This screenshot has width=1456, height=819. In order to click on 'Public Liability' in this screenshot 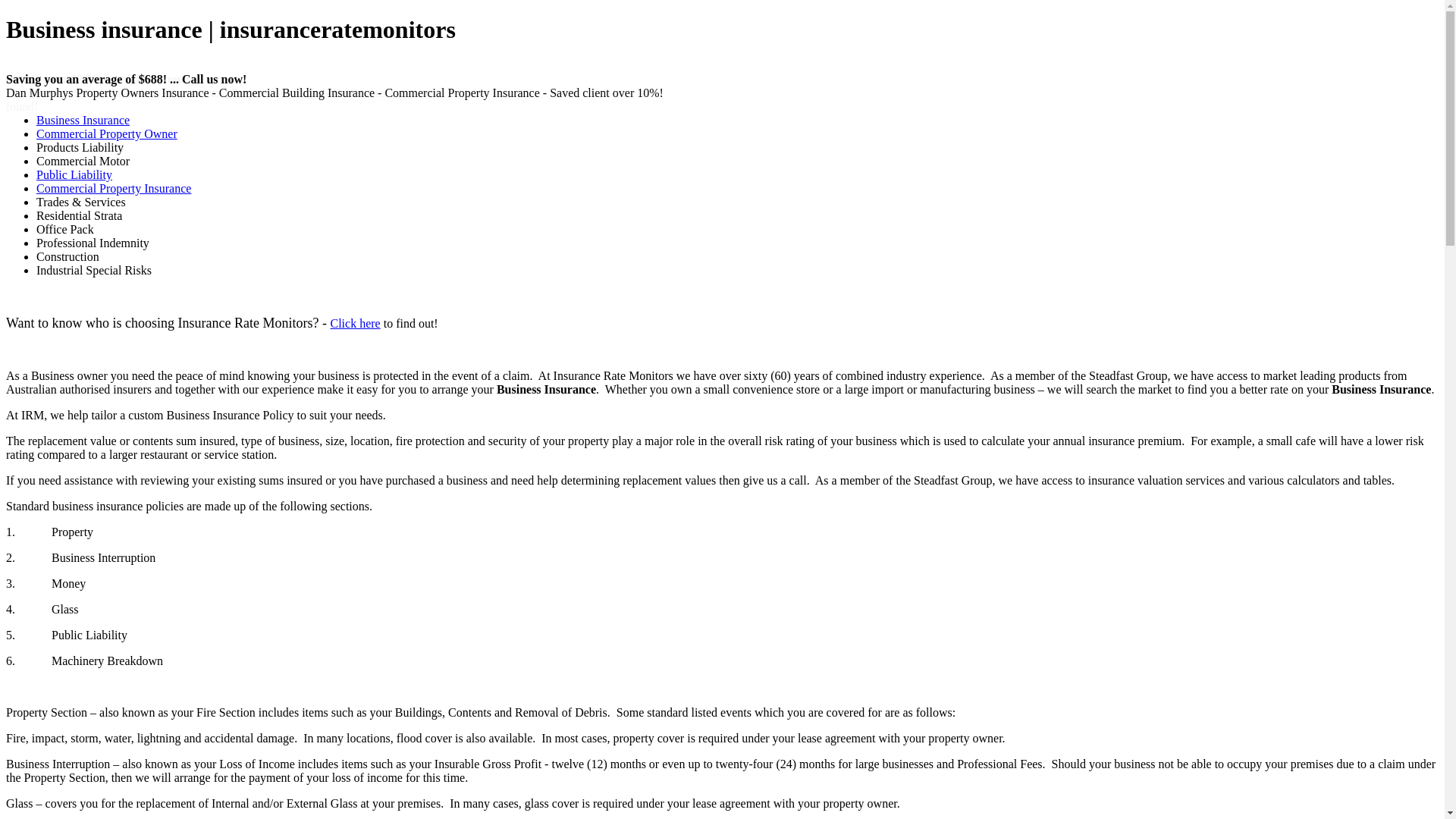, I will do `click(36, 174)`.